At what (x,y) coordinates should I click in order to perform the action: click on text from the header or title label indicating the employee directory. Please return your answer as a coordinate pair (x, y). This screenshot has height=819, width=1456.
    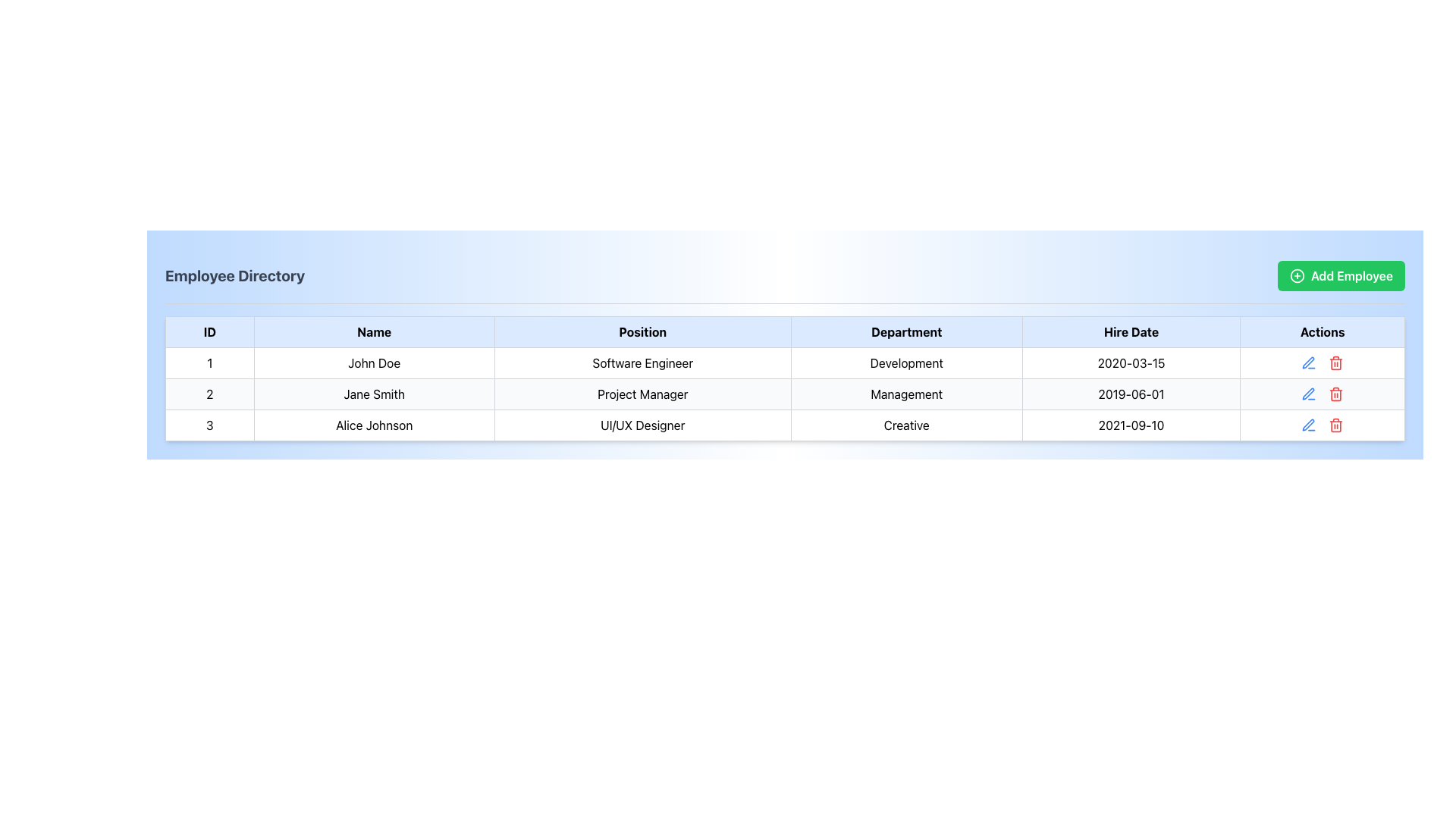
    Looking at the image, I should click on (234, 275).